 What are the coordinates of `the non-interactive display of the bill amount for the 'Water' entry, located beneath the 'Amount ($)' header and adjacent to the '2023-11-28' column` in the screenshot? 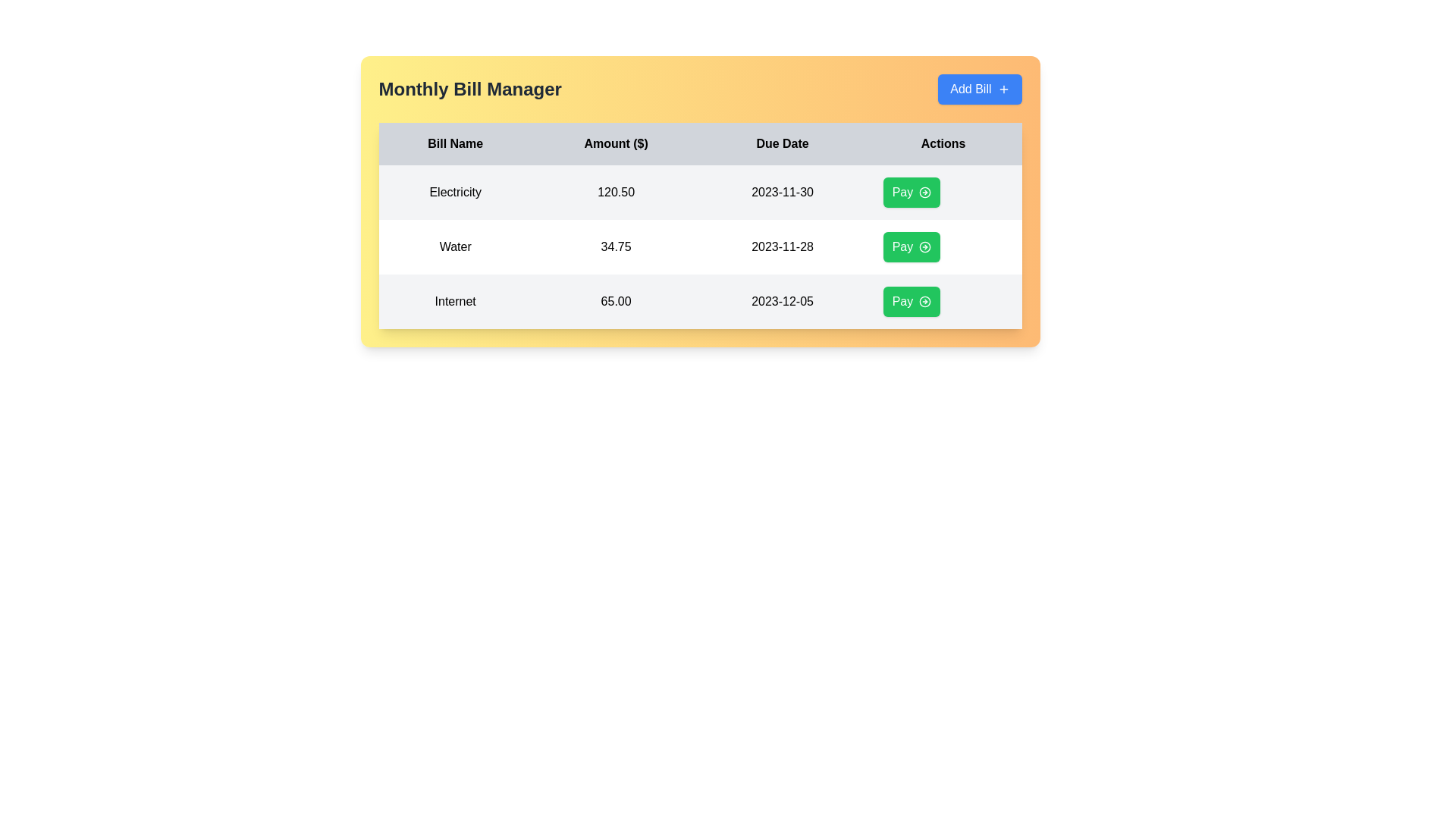 It's located at (616, 246).